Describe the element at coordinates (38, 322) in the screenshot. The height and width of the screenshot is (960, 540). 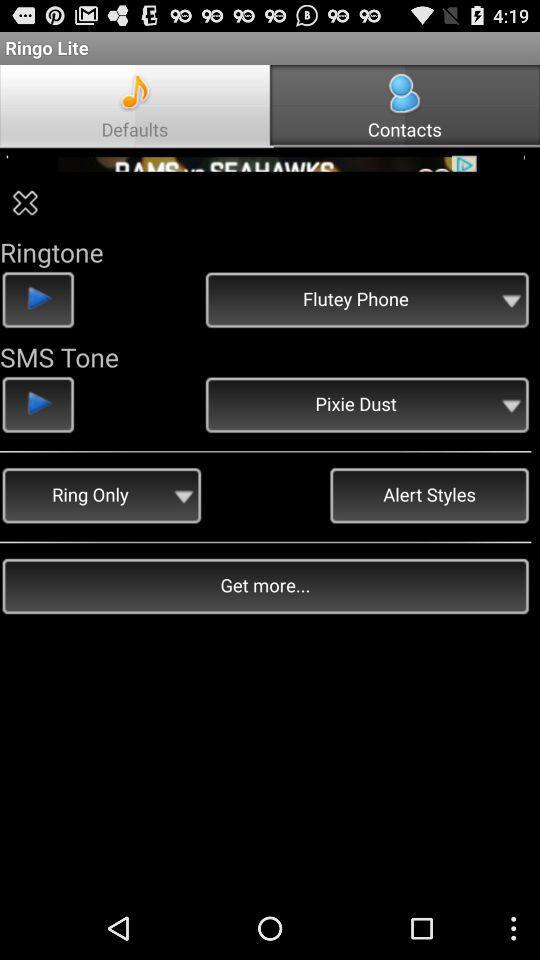
I see `the play icon` at that location.